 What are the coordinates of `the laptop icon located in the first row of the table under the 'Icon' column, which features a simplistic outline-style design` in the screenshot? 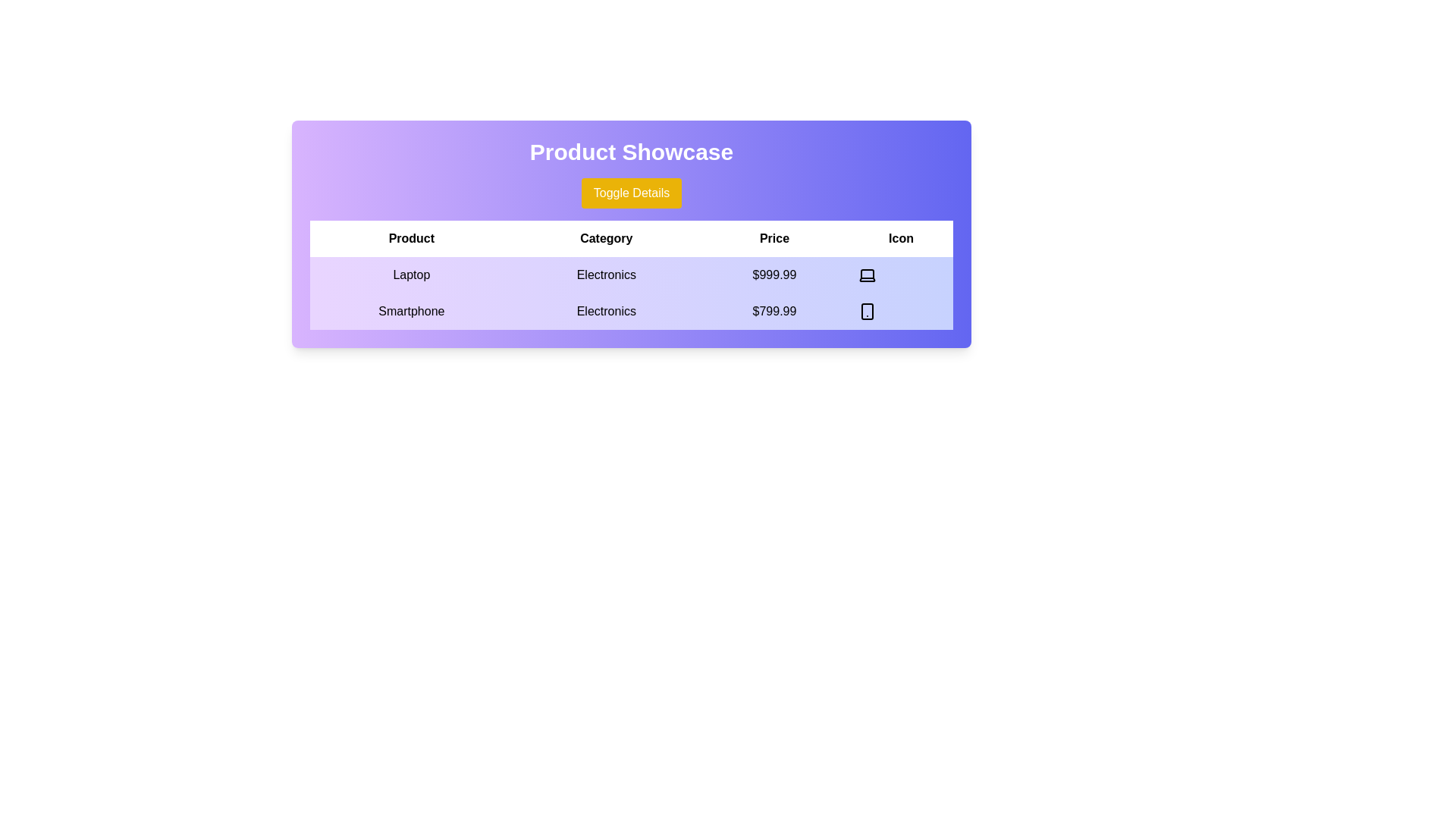 It's located at (867, 275).